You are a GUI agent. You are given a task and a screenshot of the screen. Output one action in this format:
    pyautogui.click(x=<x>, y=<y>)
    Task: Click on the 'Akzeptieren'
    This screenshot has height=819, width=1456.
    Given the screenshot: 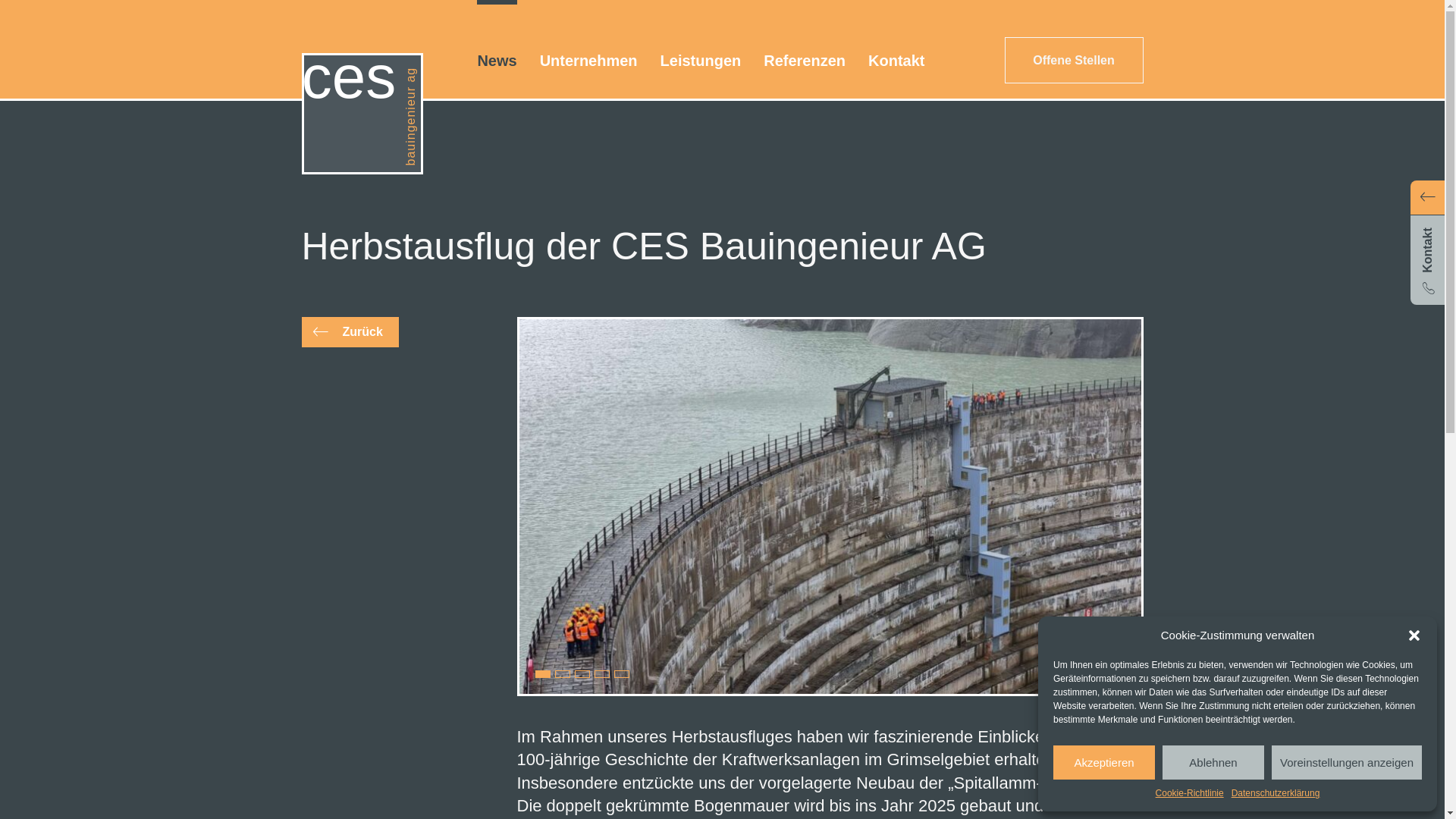 What is the action you would take?
    pyautogui.click(x=1103, y=762)
    